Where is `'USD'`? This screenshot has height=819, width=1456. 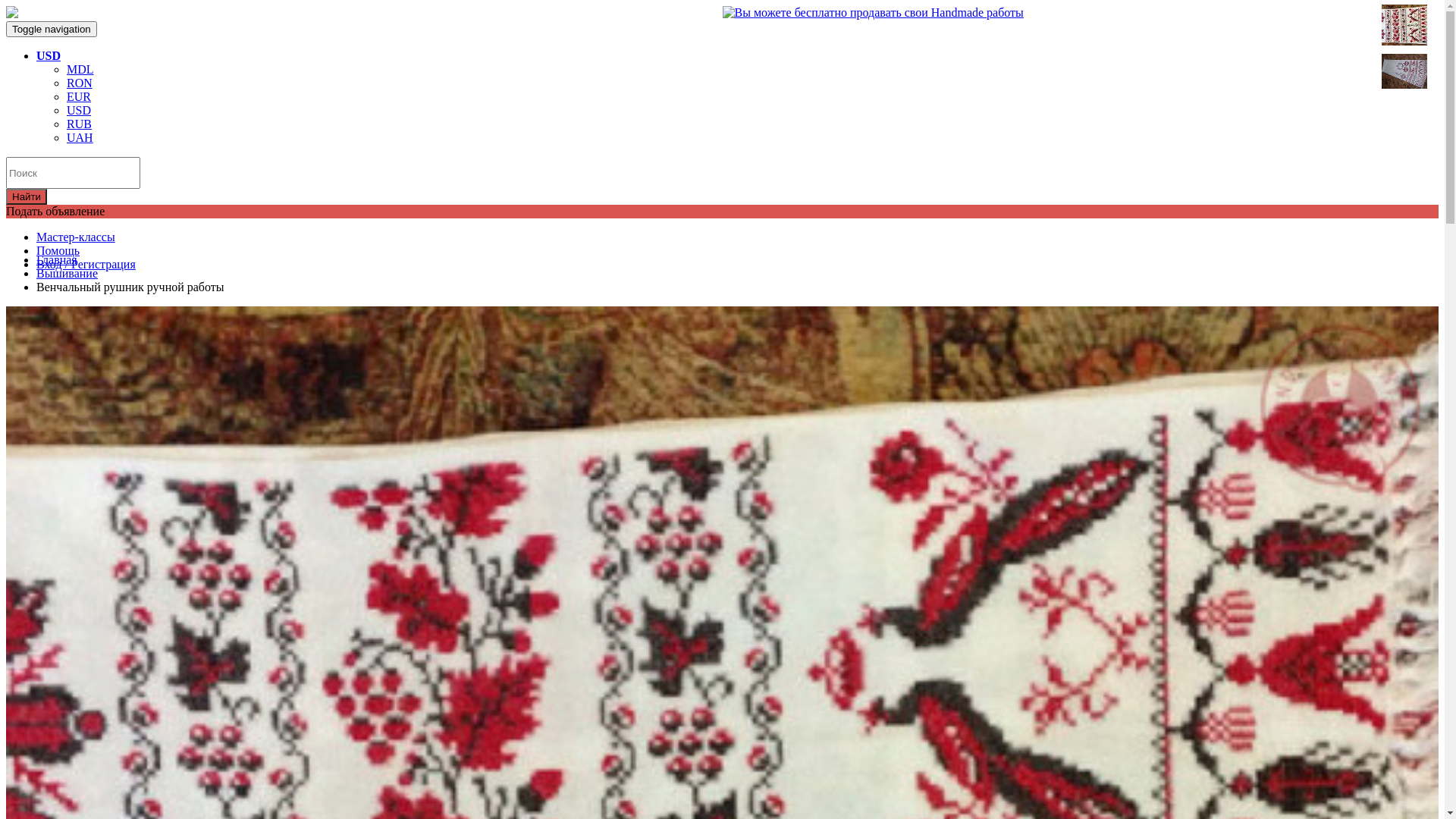 'USD' is located at coordinates (65, 109).